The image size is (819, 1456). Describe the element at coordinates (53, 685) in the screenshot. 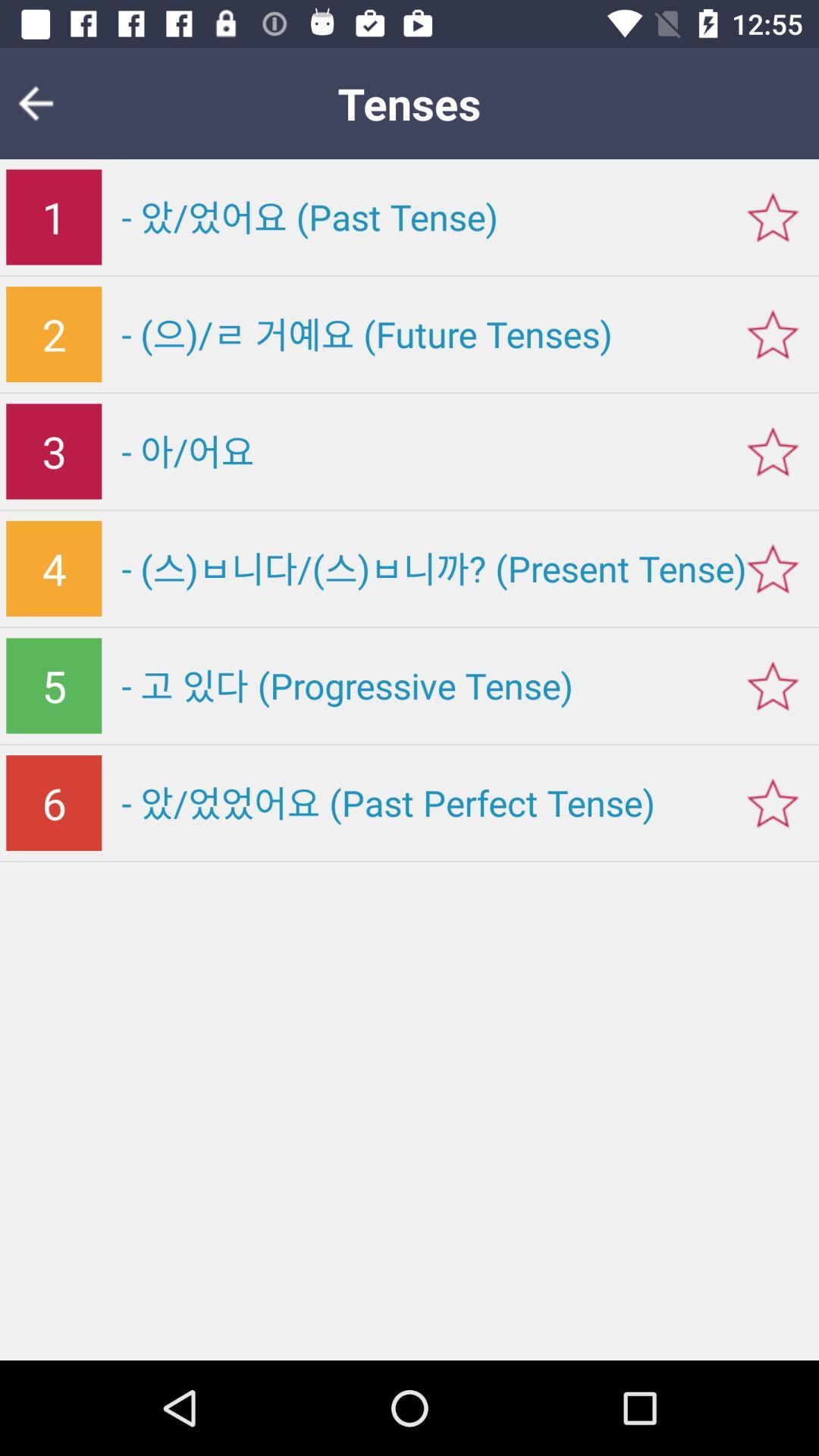

I see `the item above the 6 item` at that location.